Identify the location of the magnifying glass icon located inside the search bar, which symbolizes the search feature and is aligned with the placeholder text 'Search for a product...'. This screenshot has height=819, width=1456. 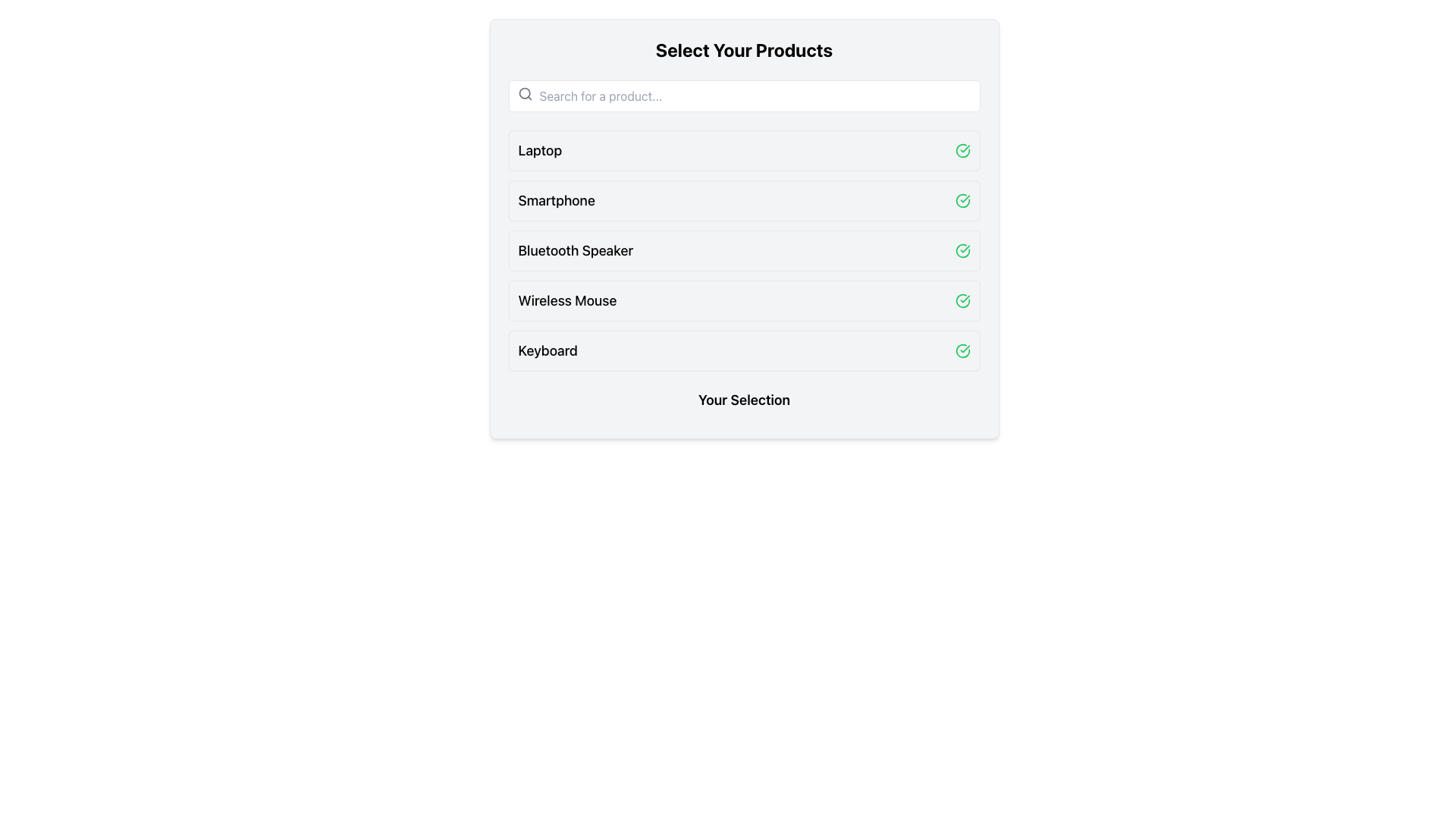
(525, 93).